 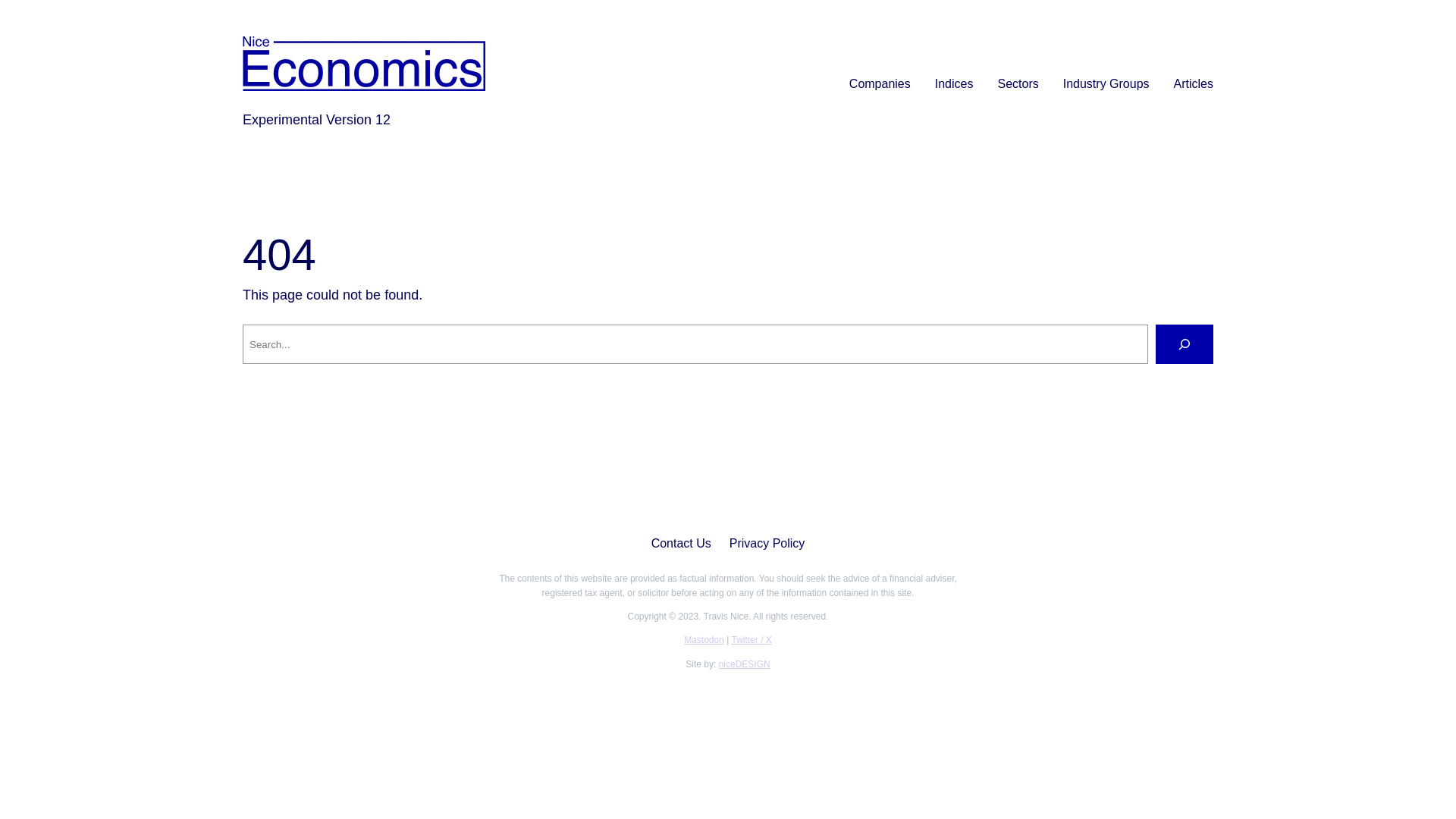 I want to click on 'Indices', so click(x=953, y=84).